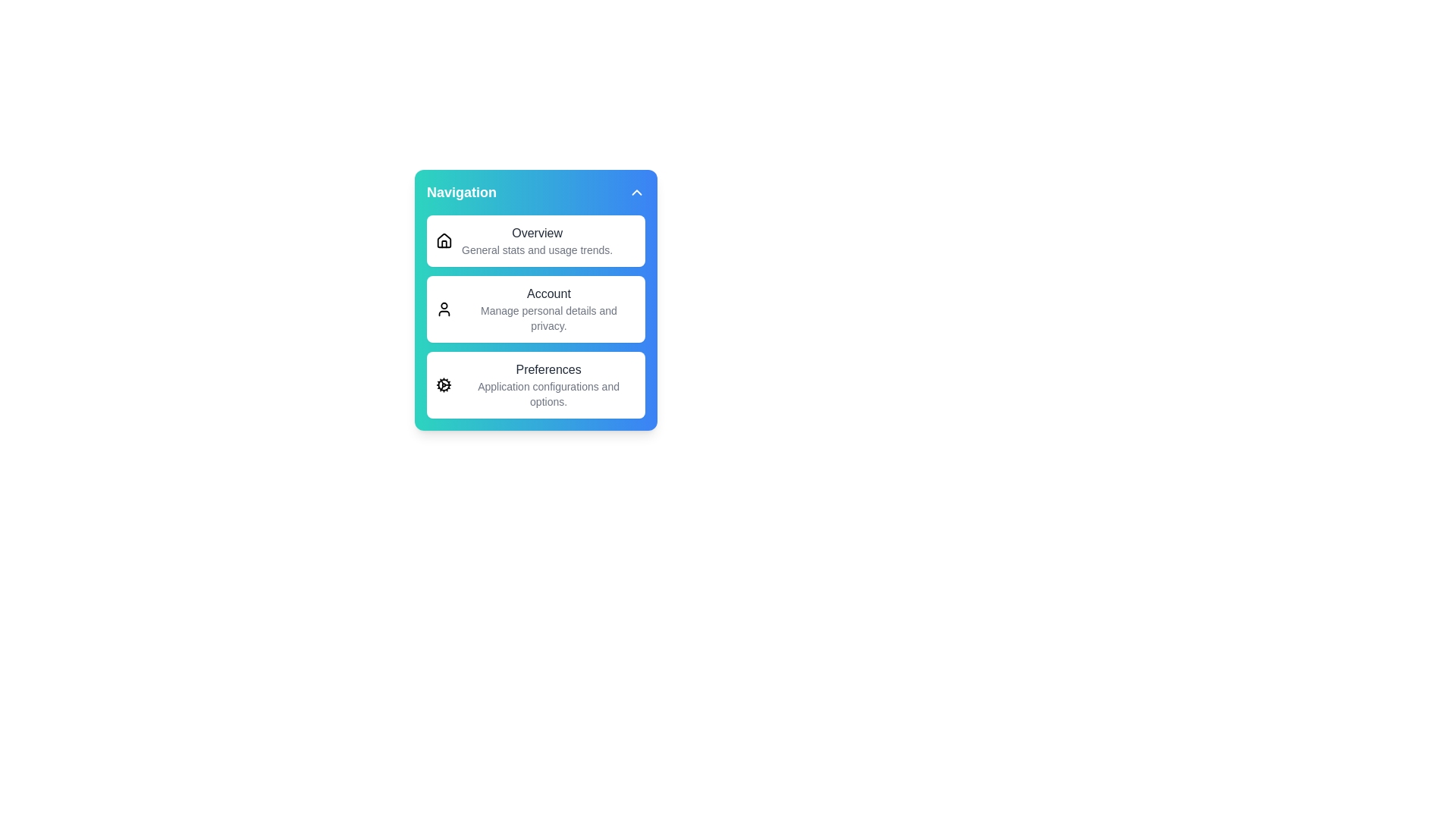 The width and height of the screenshot is (1456, 819). Describe the element at coordinates (535, 240) in the screenshot. I see `the menu item labeled Overview` at that location.